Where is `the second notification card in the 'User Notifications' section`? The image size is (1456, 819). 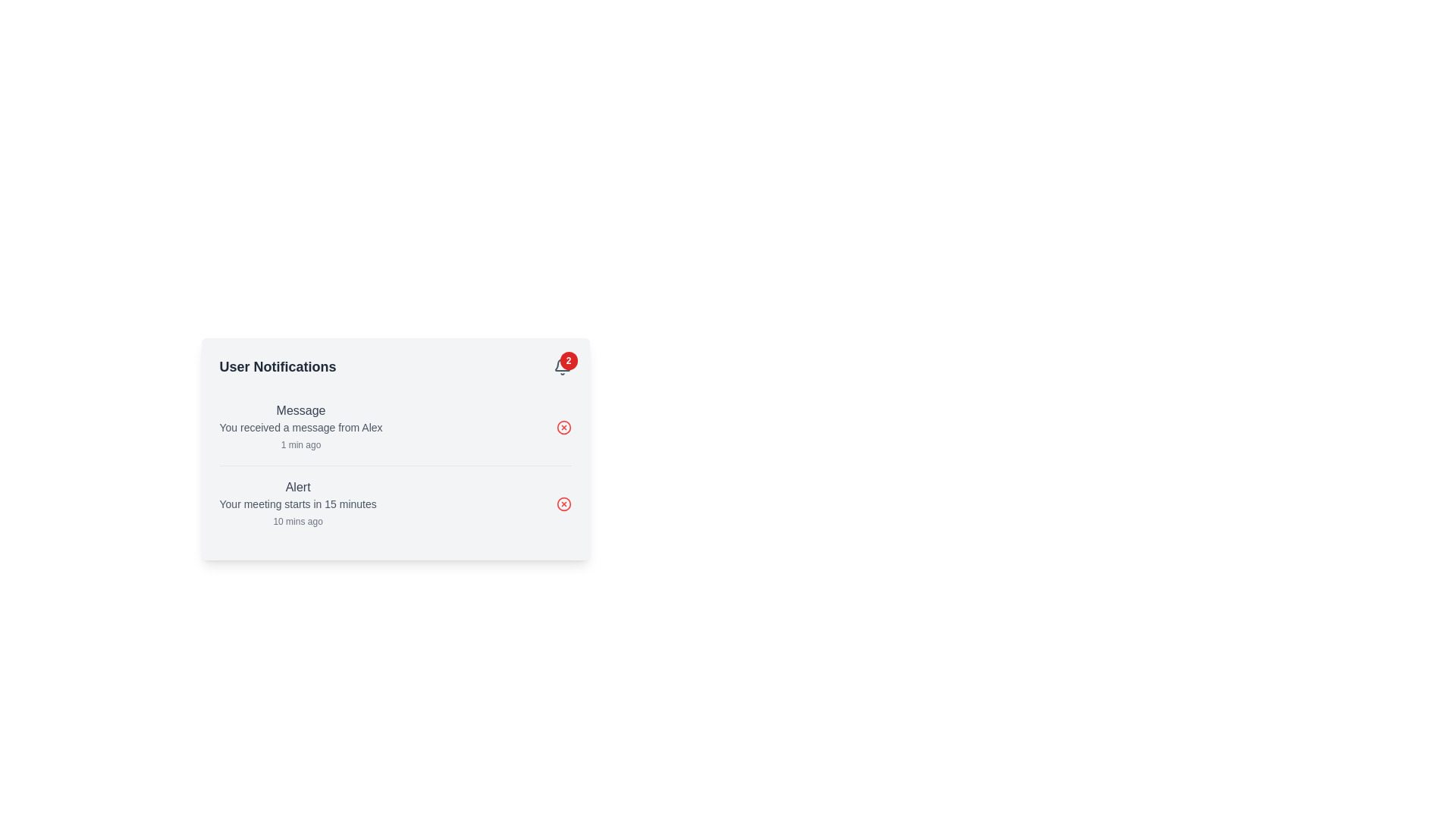 the second notification card in the 'User Notifications' section is located at coordinates (298, 504).